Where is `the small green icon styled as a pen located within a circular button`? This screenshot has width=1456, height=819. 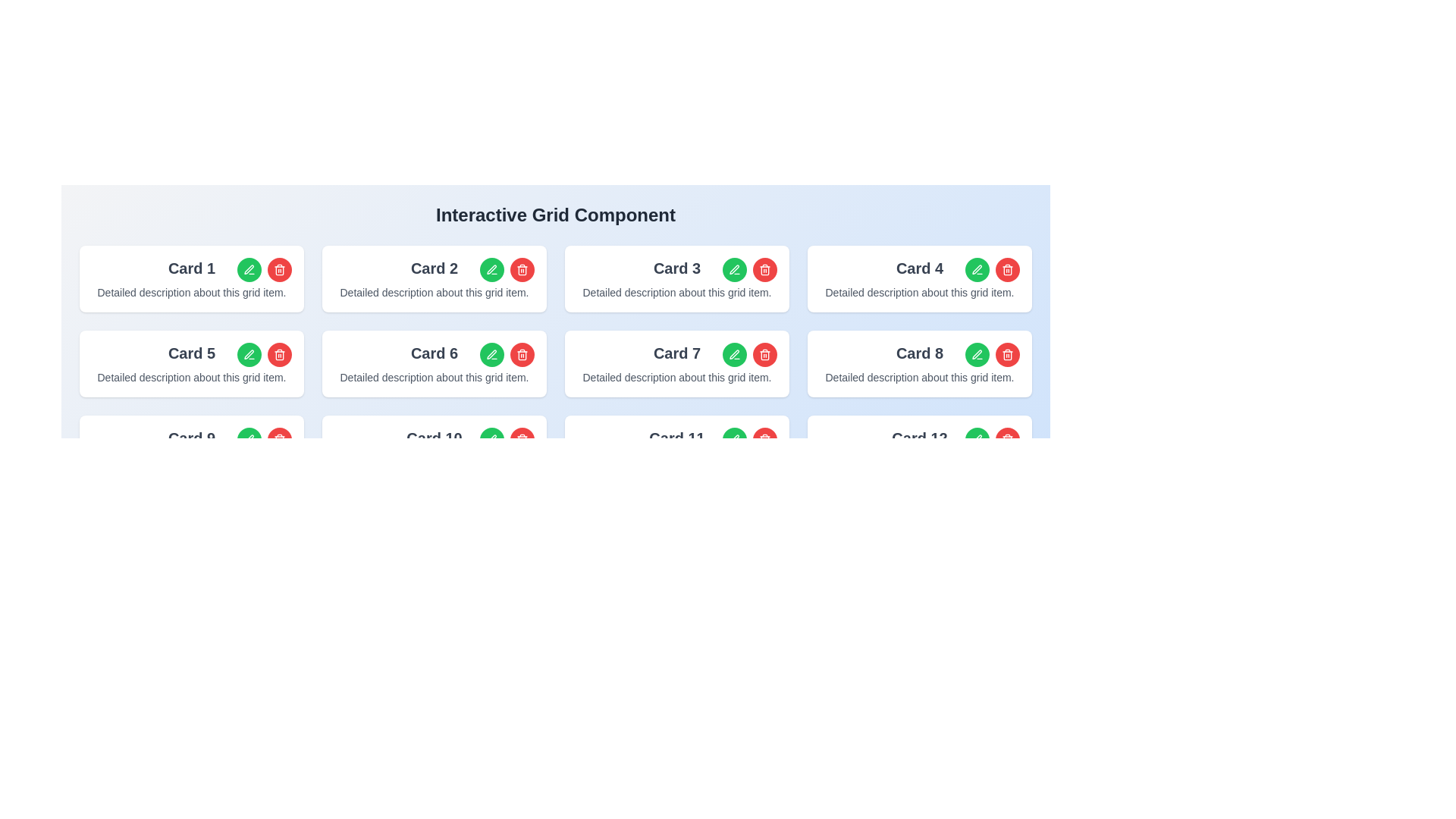
the small green icon styled as a pen located within a circular button is located at coordinates (249, 268).